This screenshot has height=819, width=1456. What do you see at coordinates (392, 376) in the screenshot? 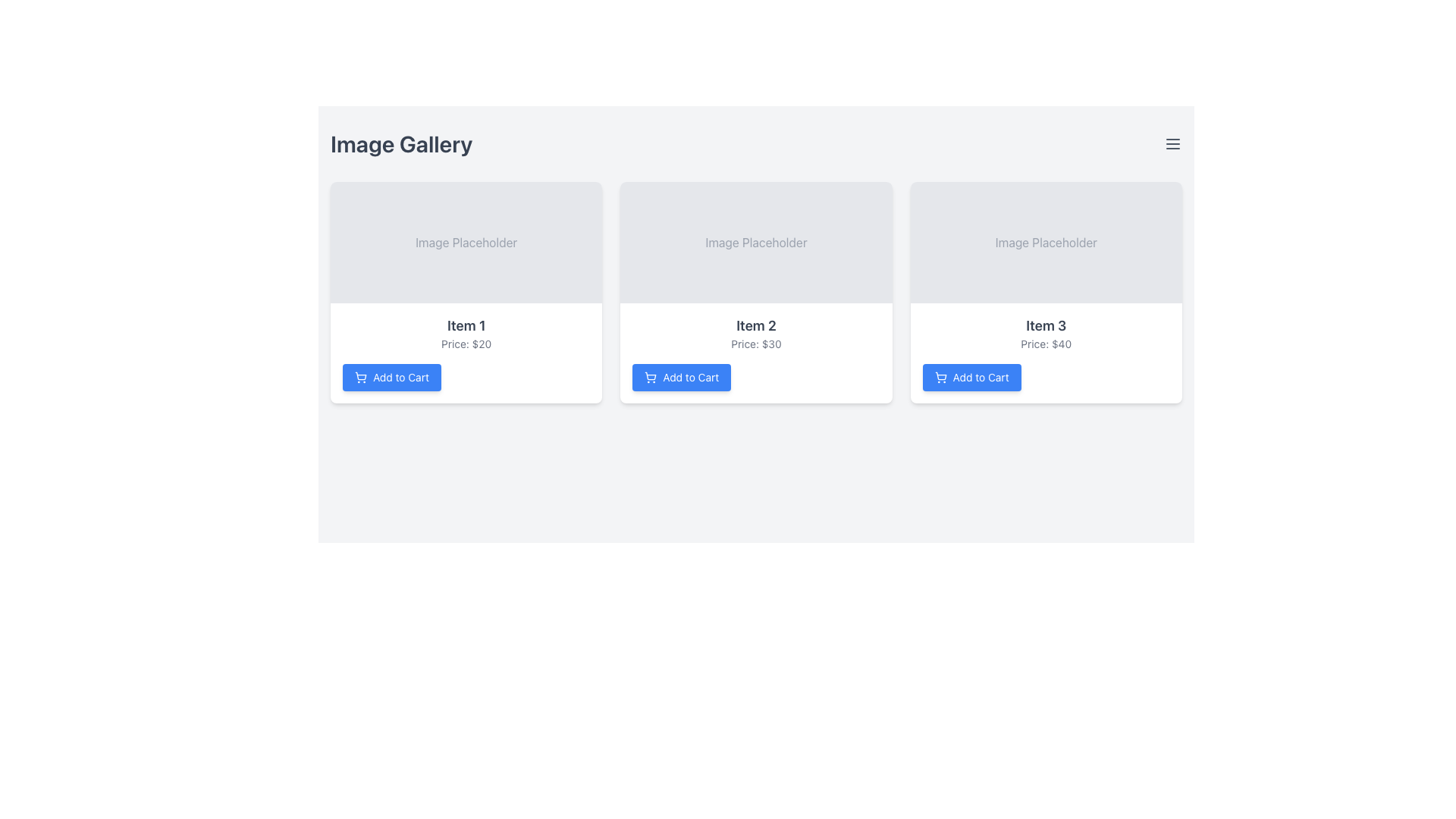
I see `the blue rectangular 'Add to Cart' button located centrally below the 'Price: $20' text in the 'Item 1' card` at bounding box center [392, 376].